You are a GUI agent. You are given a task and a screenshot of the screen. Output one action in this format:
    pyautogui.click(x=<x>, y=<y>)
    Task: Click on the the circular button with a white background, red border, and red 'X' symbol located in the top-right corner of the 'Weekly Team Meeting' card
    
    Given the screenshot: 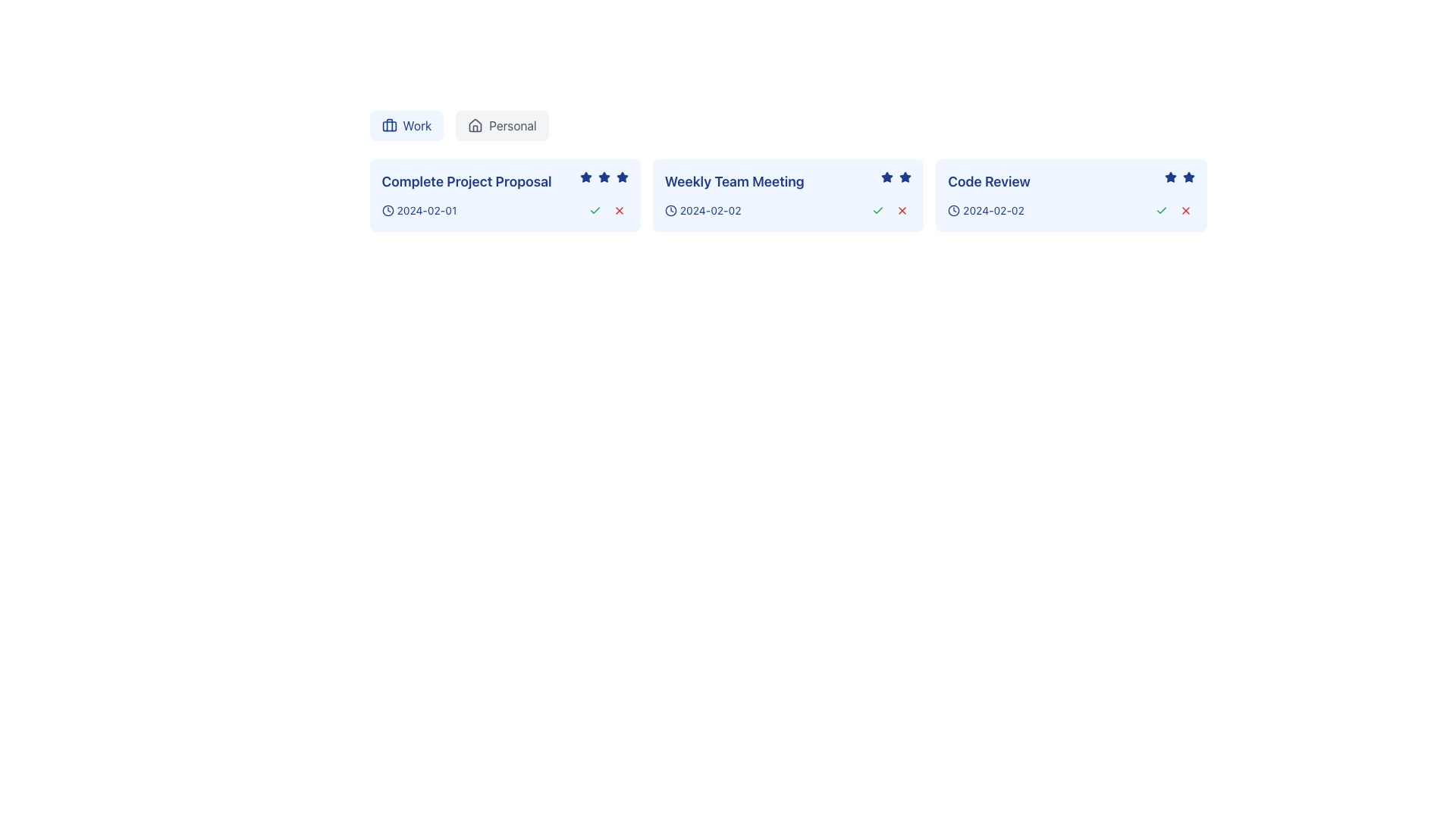 What is the action you would take?
    pyautogui.click(x=902, y=210)
    